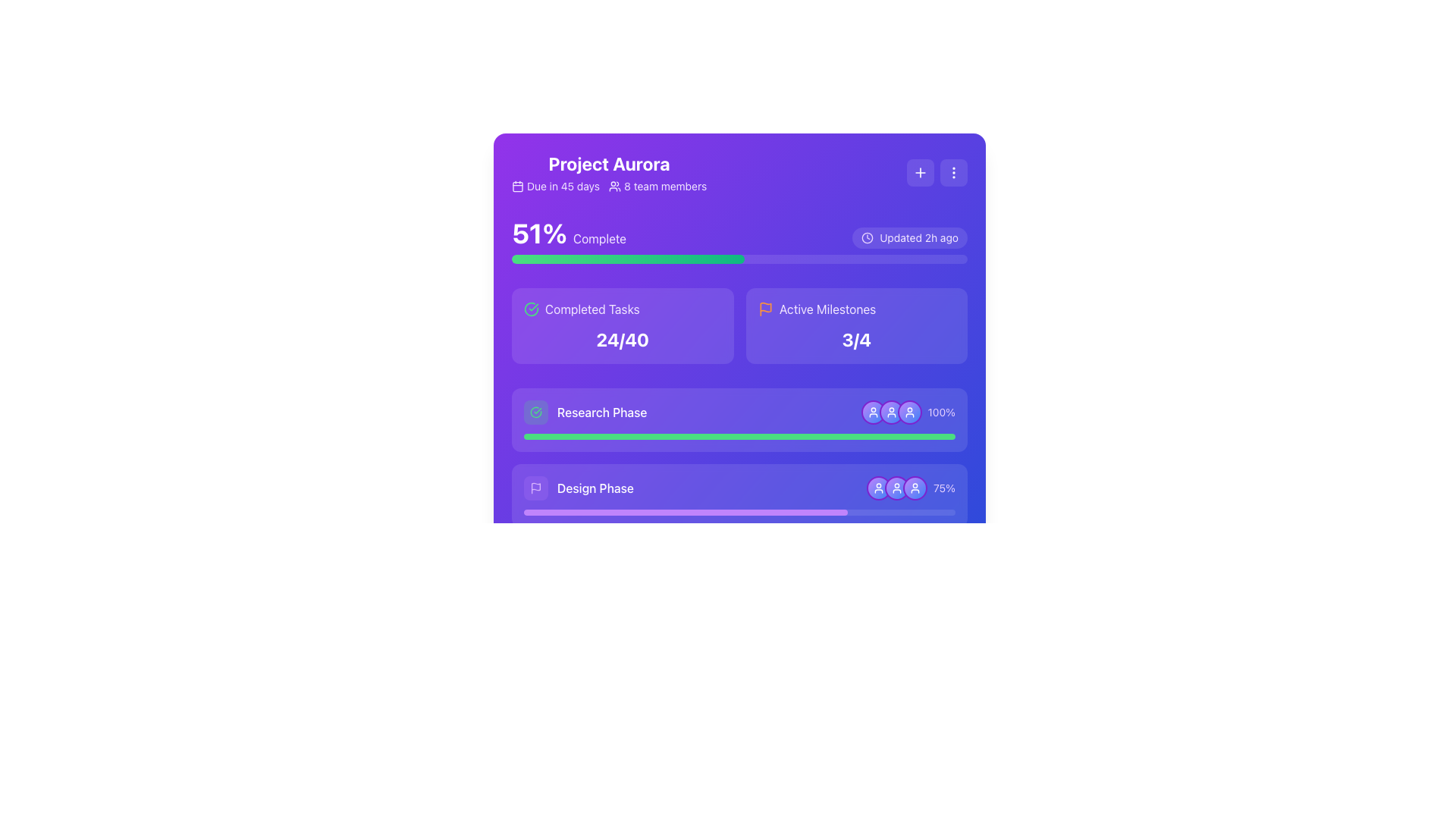 The image size is (1456, 819). Describe the element at coordinates (591, 309) in the screenshot. I see `the 'Completed Tasks' text label, which is displayed in purple and located near the top left corner of a rectangular card with a light purple background` at that location.